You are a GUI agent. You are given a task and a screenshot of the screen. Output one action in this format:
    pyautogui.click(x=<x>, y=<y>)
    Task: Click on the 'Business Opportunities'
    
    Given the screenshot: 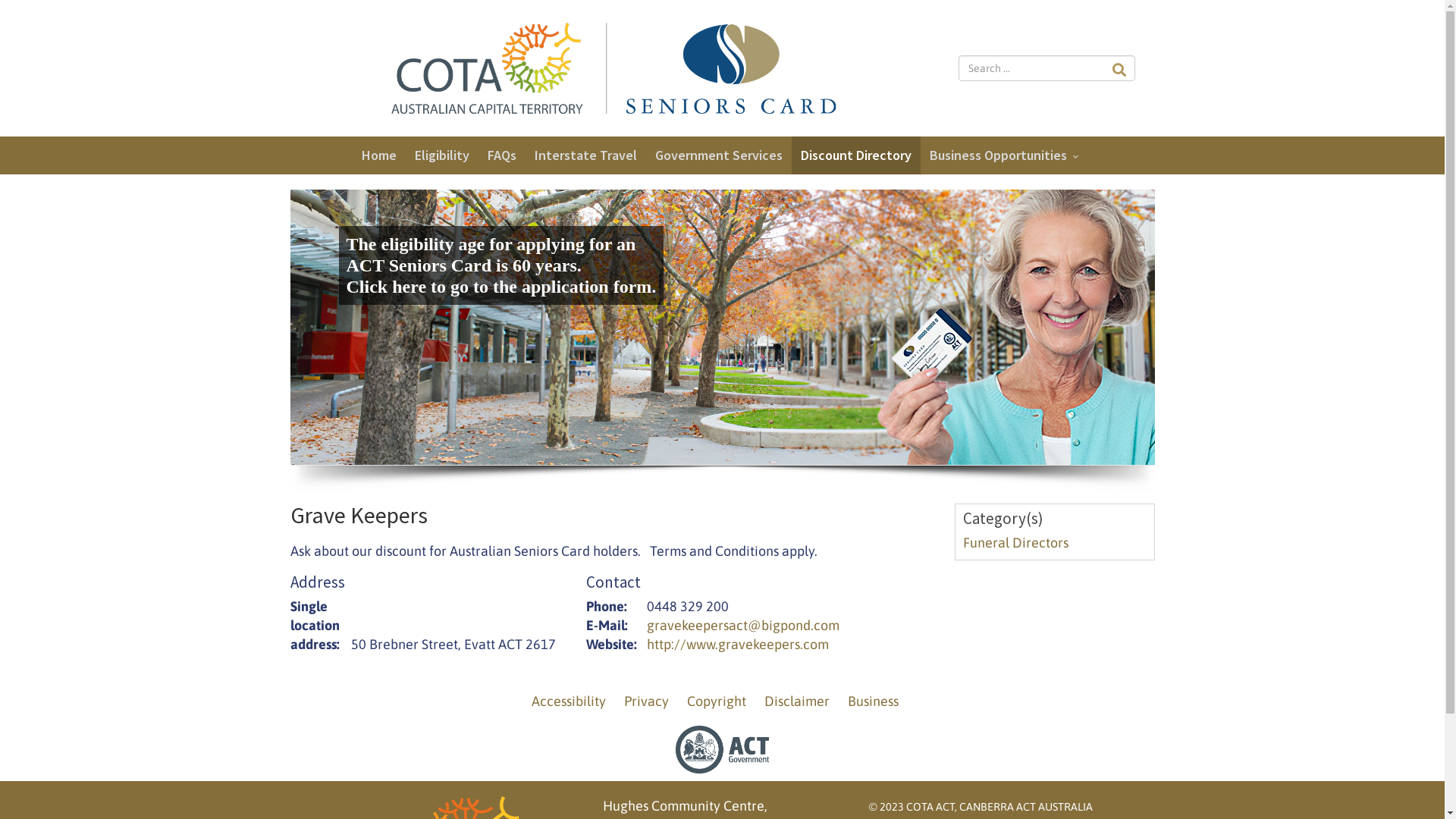 What is the action you would take?
    pyautogui.click(x=1006, y=155)
    